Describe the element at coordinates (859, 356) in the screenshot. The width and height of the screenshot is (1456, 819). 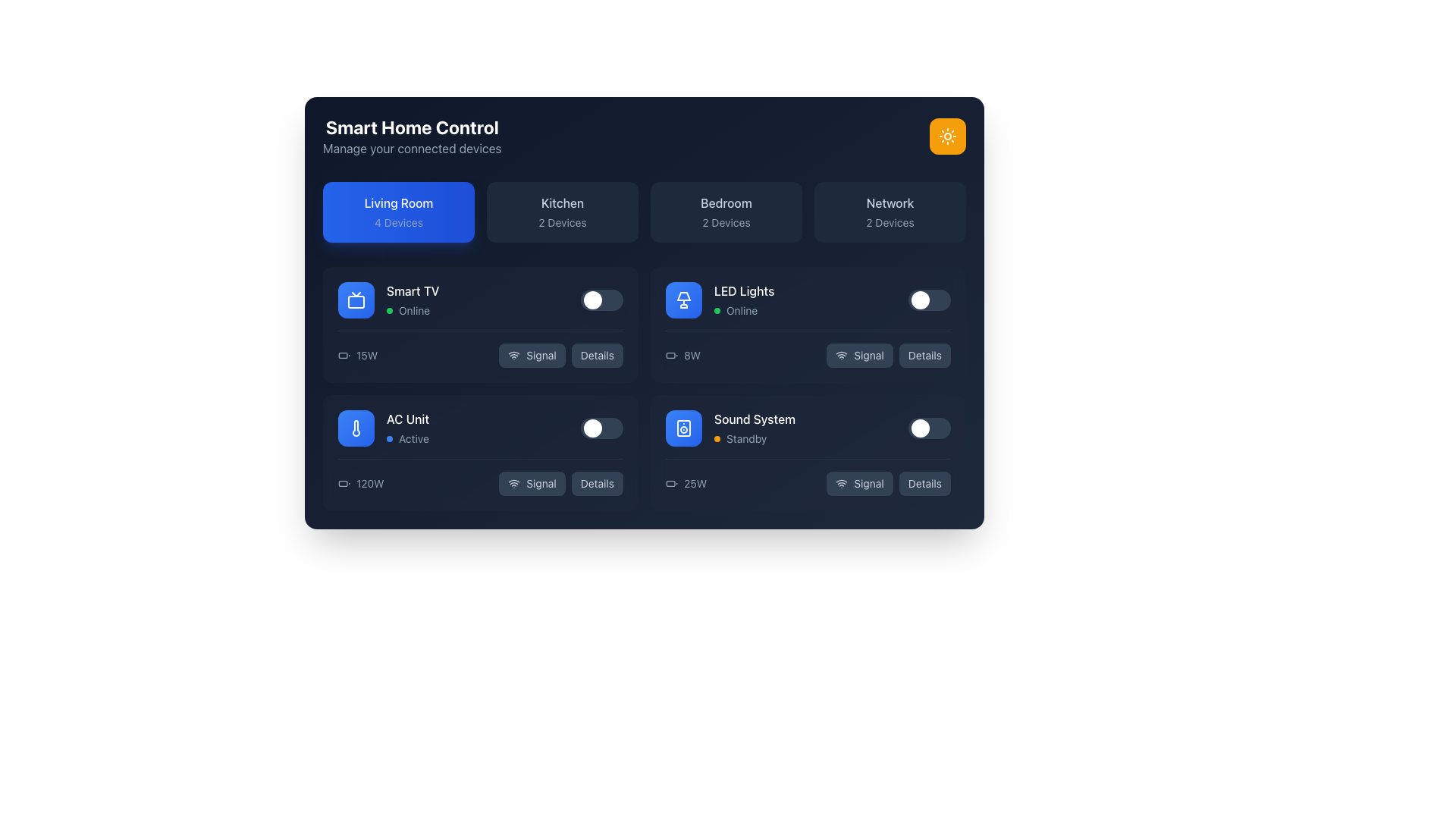
I see `the 'Signal' button` at that location.